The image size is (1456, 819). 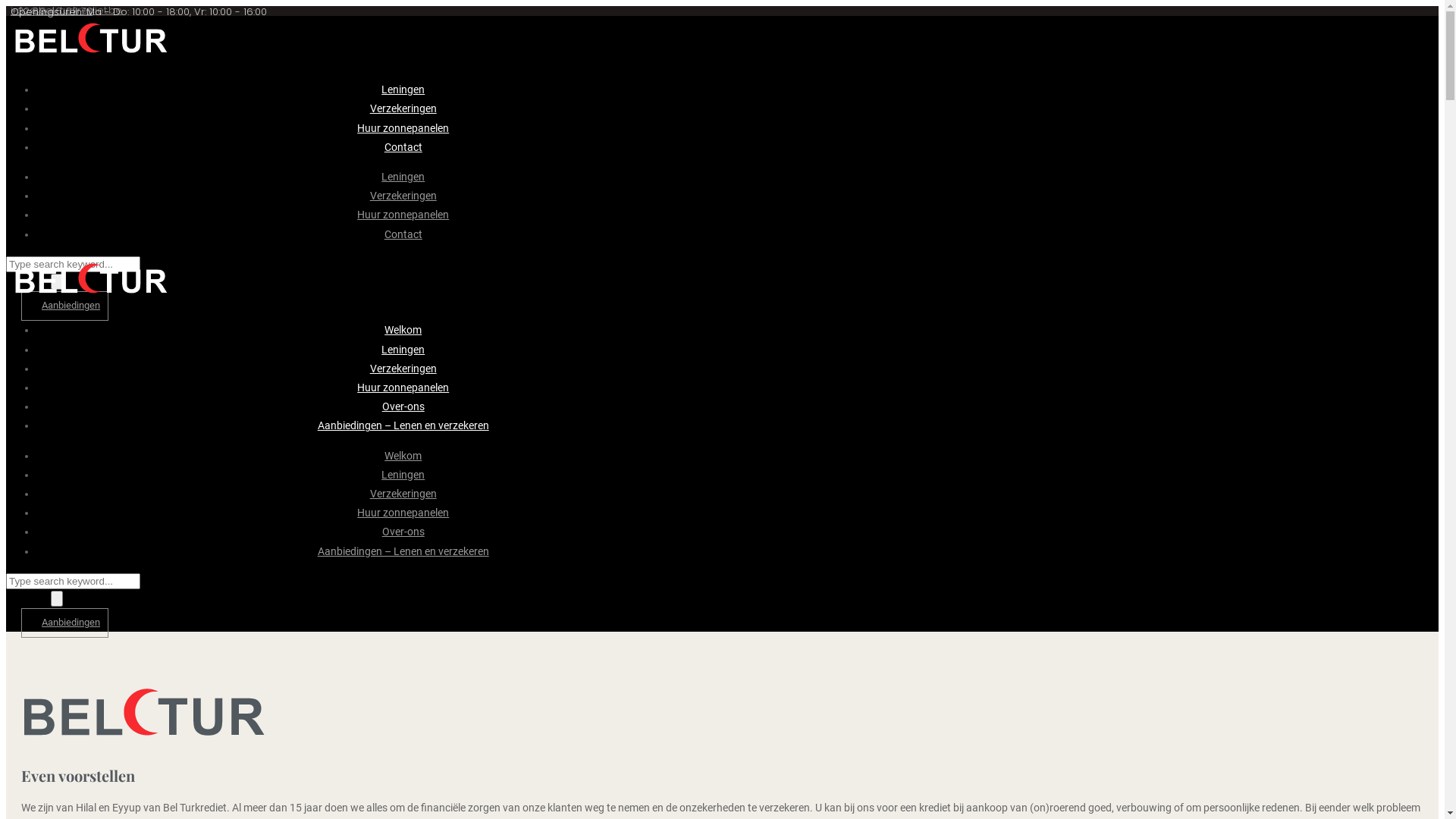 I want to click on 'Huur zonnepanelen', so click(x=403, y=512).